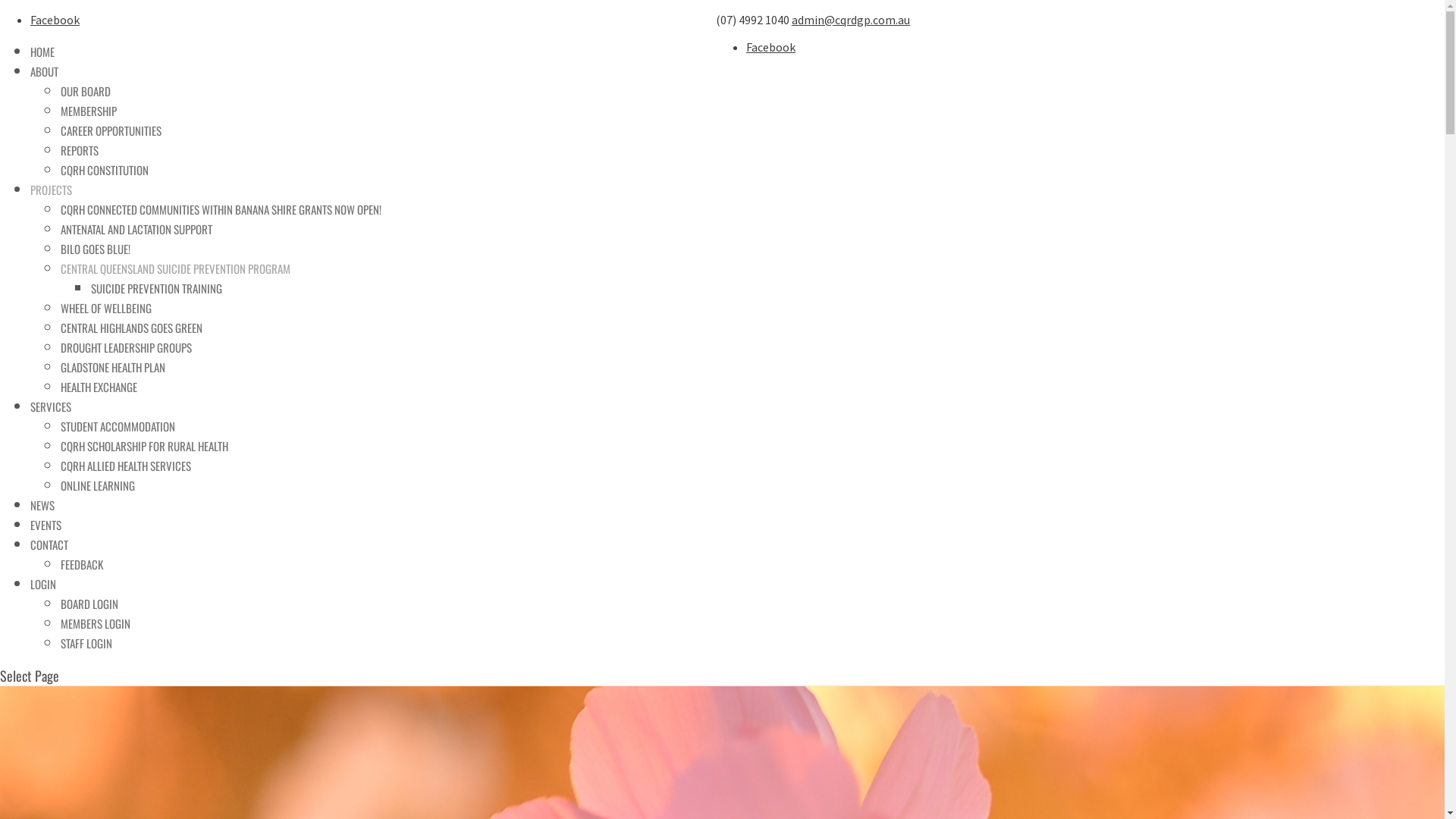 This screenshot has width=1456, height=819. I want to click on 'ONLINE LEARNING', so click(97, 485).